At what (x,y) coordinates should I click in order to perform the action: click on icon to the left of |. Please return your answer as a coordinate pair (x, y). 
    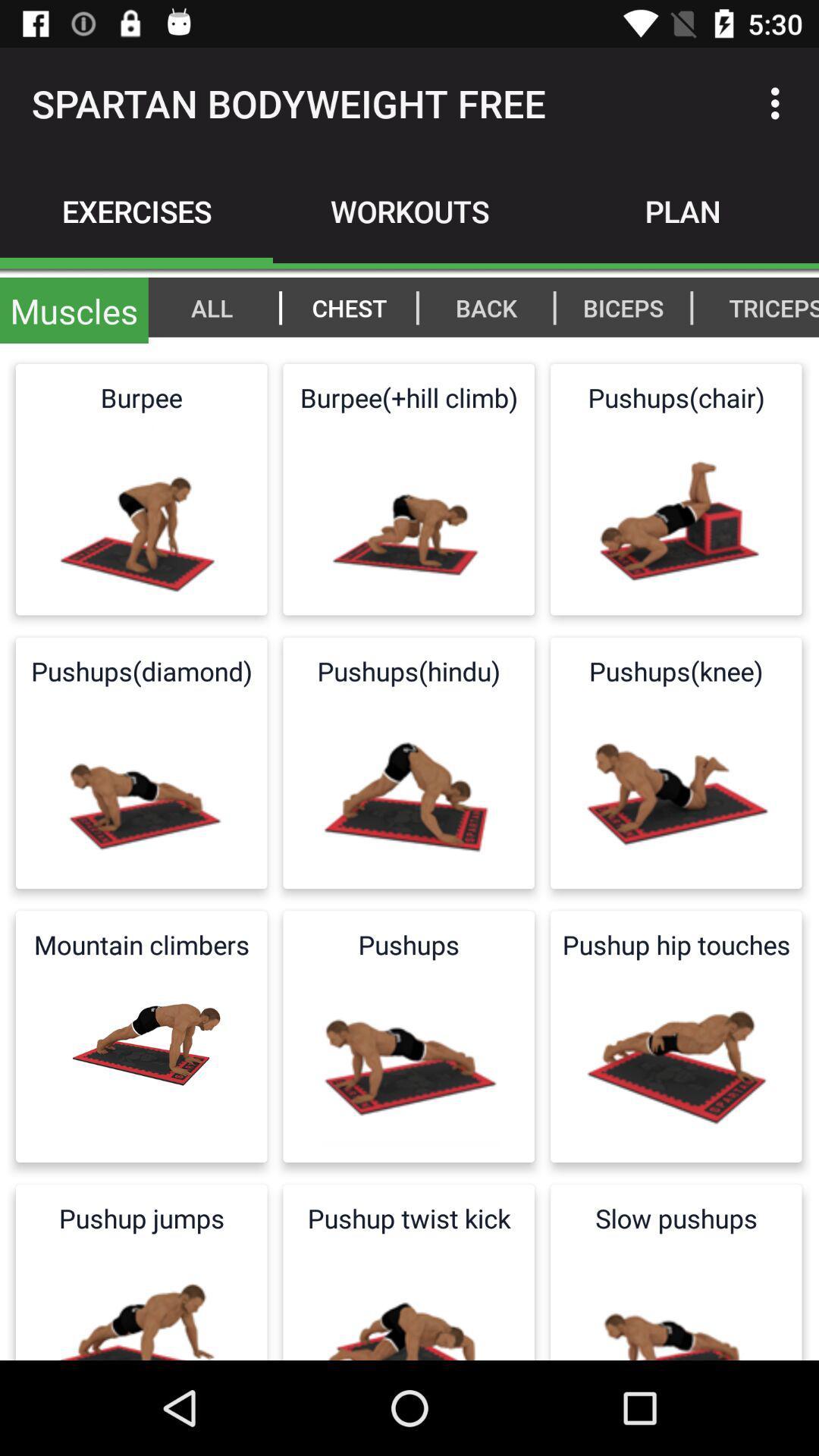
    Looking at the image, I should click on (623, 306).